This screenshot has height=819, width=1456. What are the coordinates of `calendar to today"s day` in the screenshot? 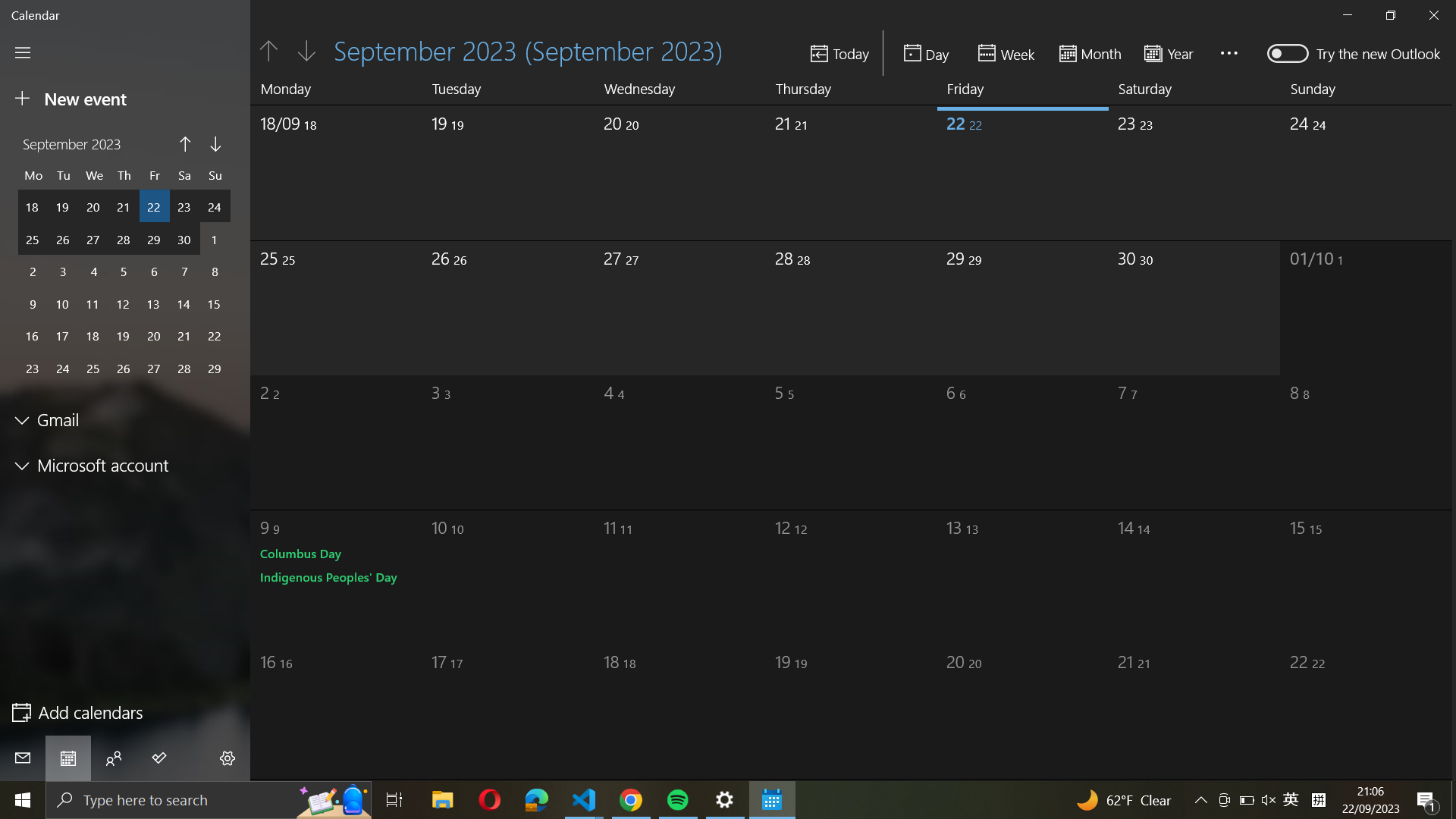 It's located at (839, 52).